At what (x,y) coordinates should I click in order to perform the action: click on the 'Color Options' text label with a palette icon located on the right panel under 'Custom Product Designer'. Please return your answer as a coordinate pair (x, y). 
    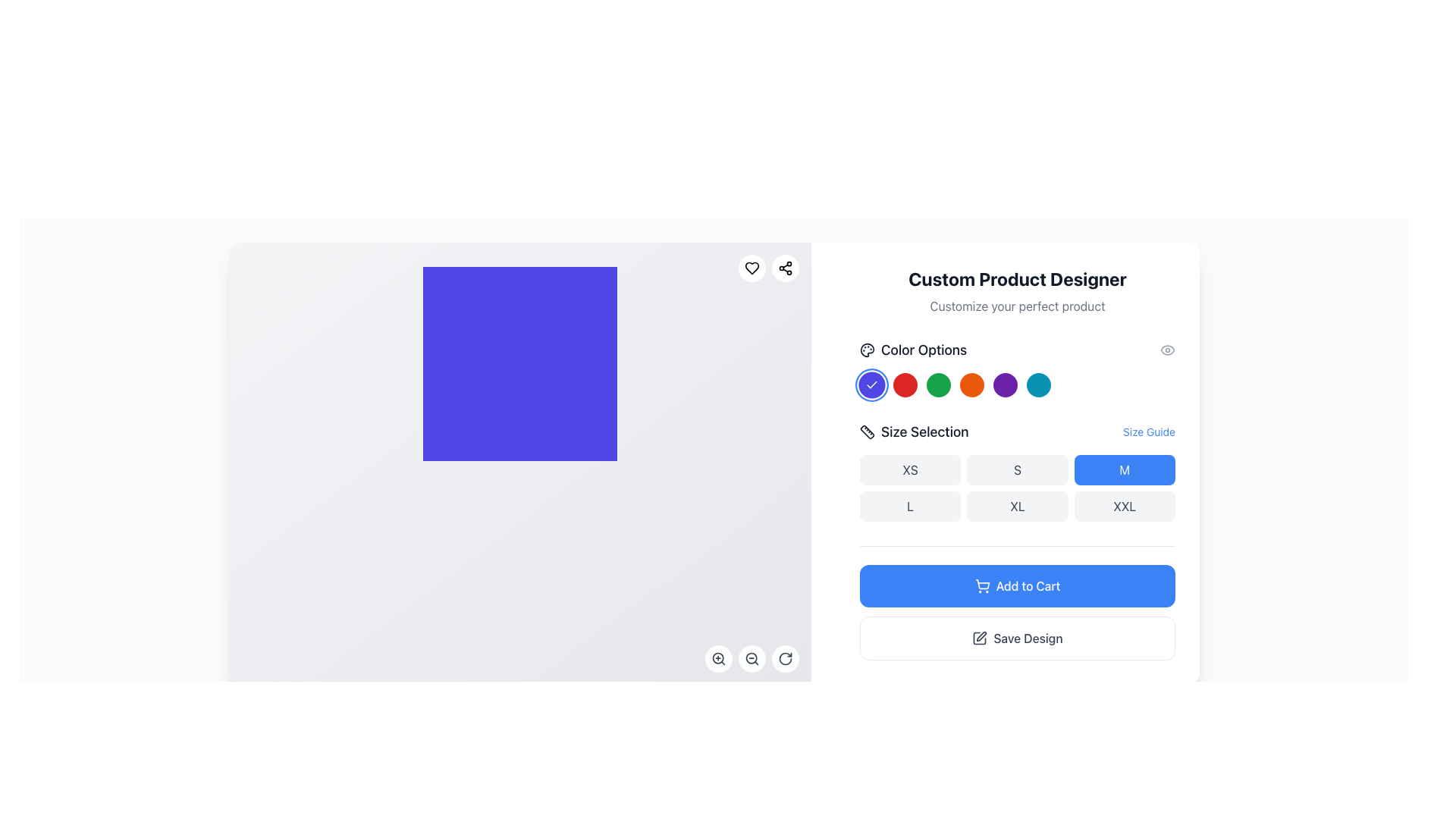
    Looking at the image, I should click on (912, 350).